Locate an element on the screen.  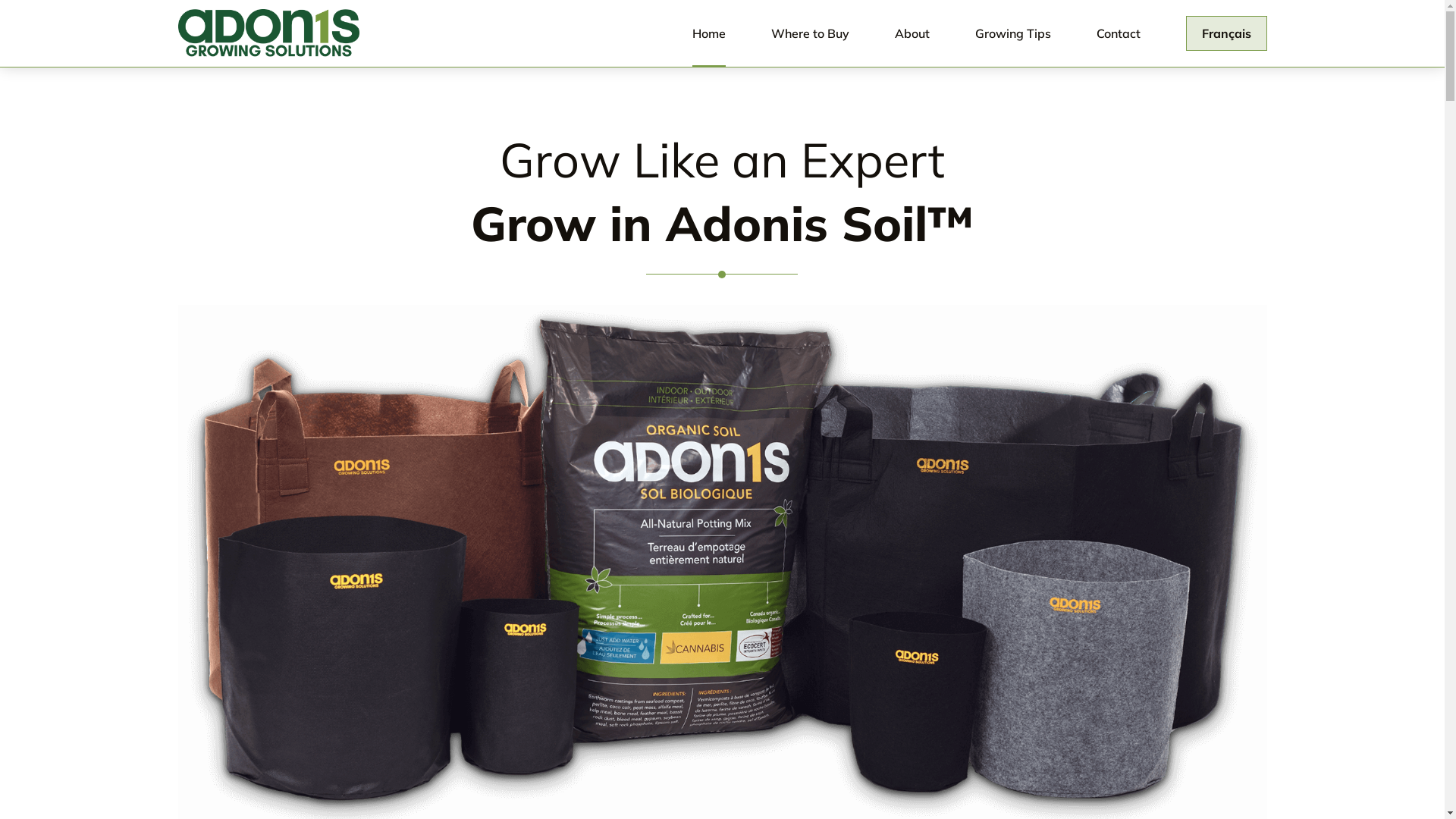
'Growing Tips' is located at coordinates (1012, 33).